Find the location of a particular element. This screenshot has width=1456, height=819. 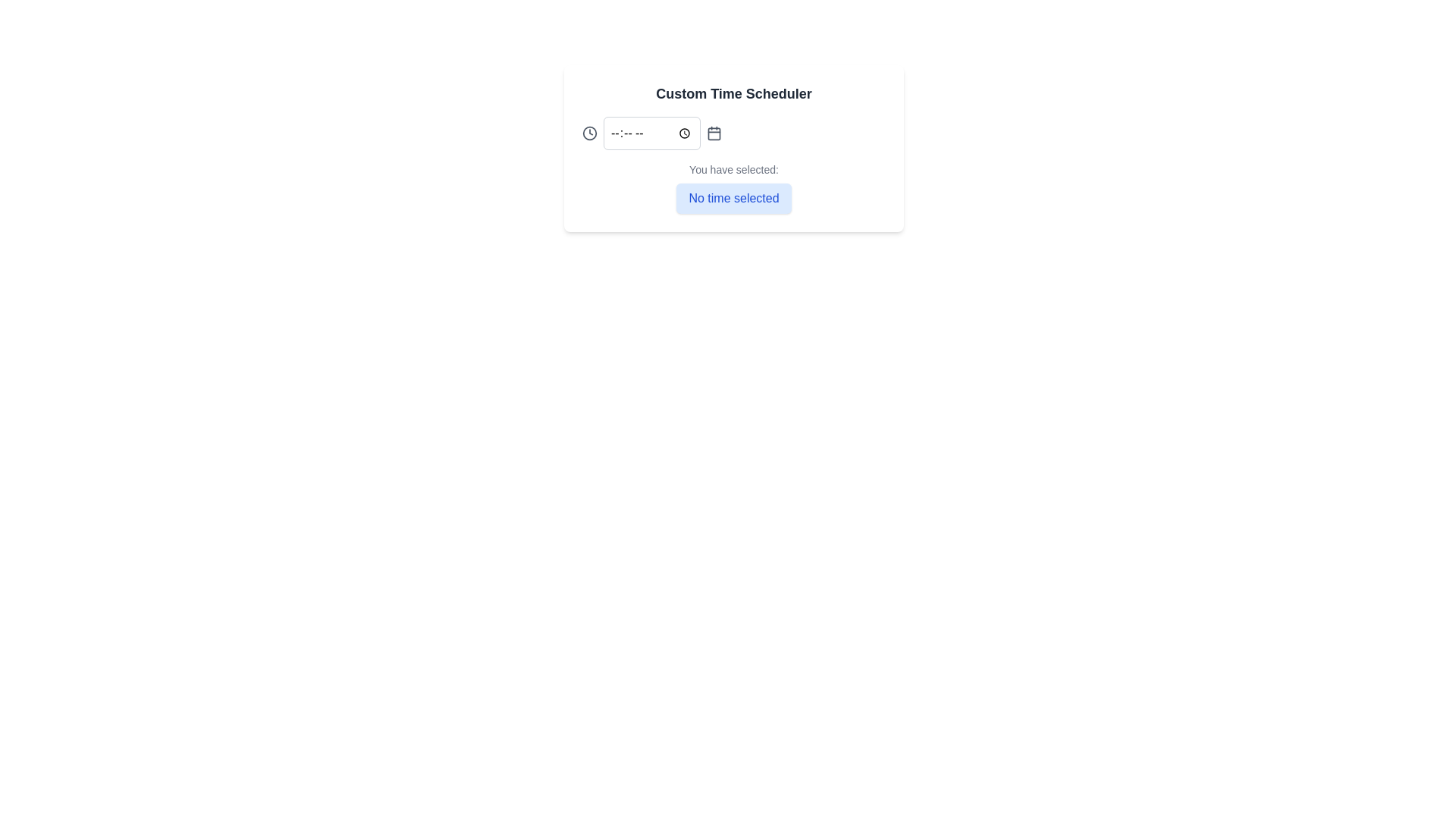

the circular outline of the clock icon located to the left of the time input field labeled with dashes ('--:--') to trigger a tooltip or visual effect is located at coordinates (588, 133).